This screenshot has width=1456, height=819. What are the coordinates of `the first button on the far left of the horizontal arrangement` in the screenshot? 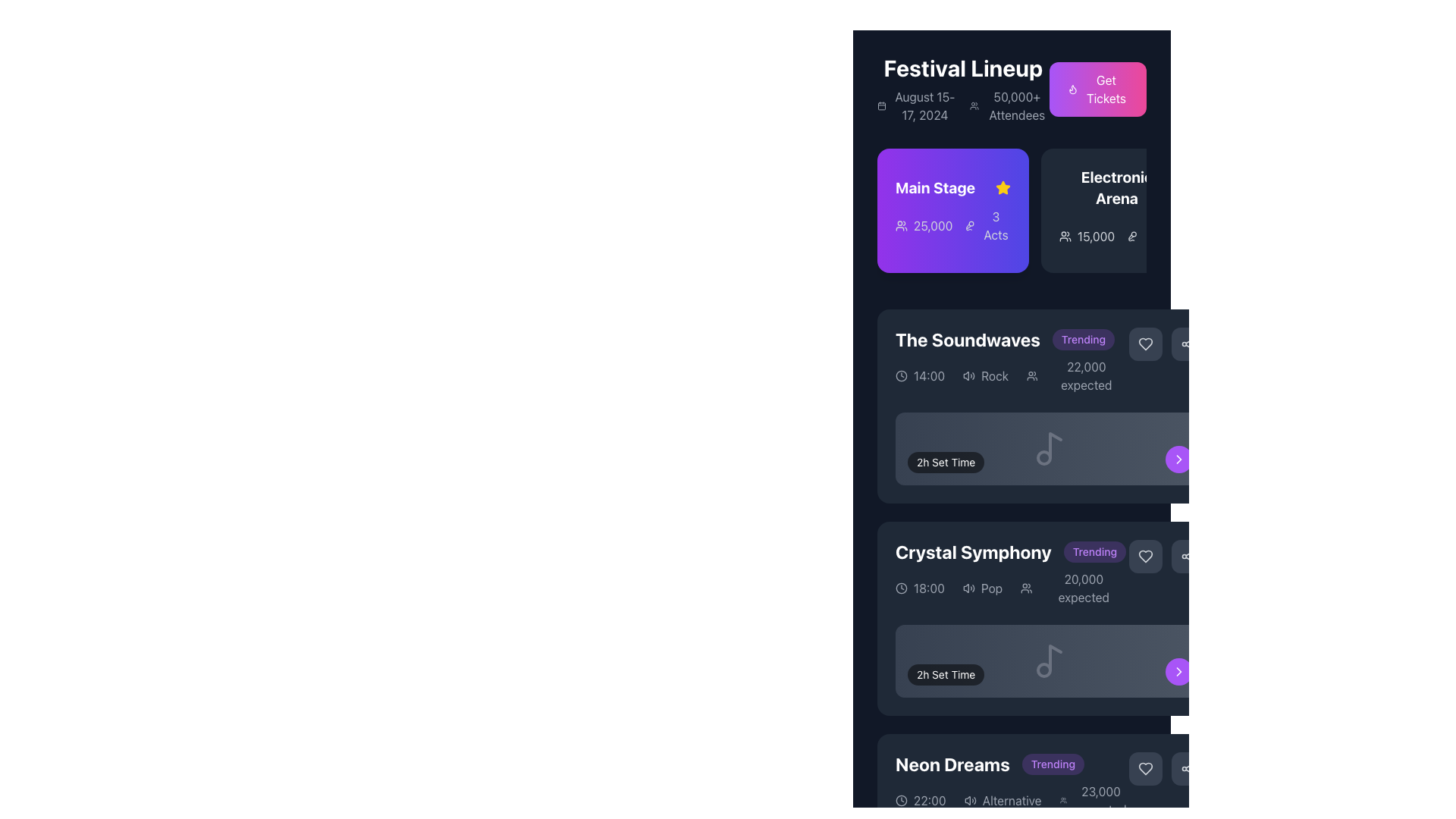 It's located at (1146, 344).